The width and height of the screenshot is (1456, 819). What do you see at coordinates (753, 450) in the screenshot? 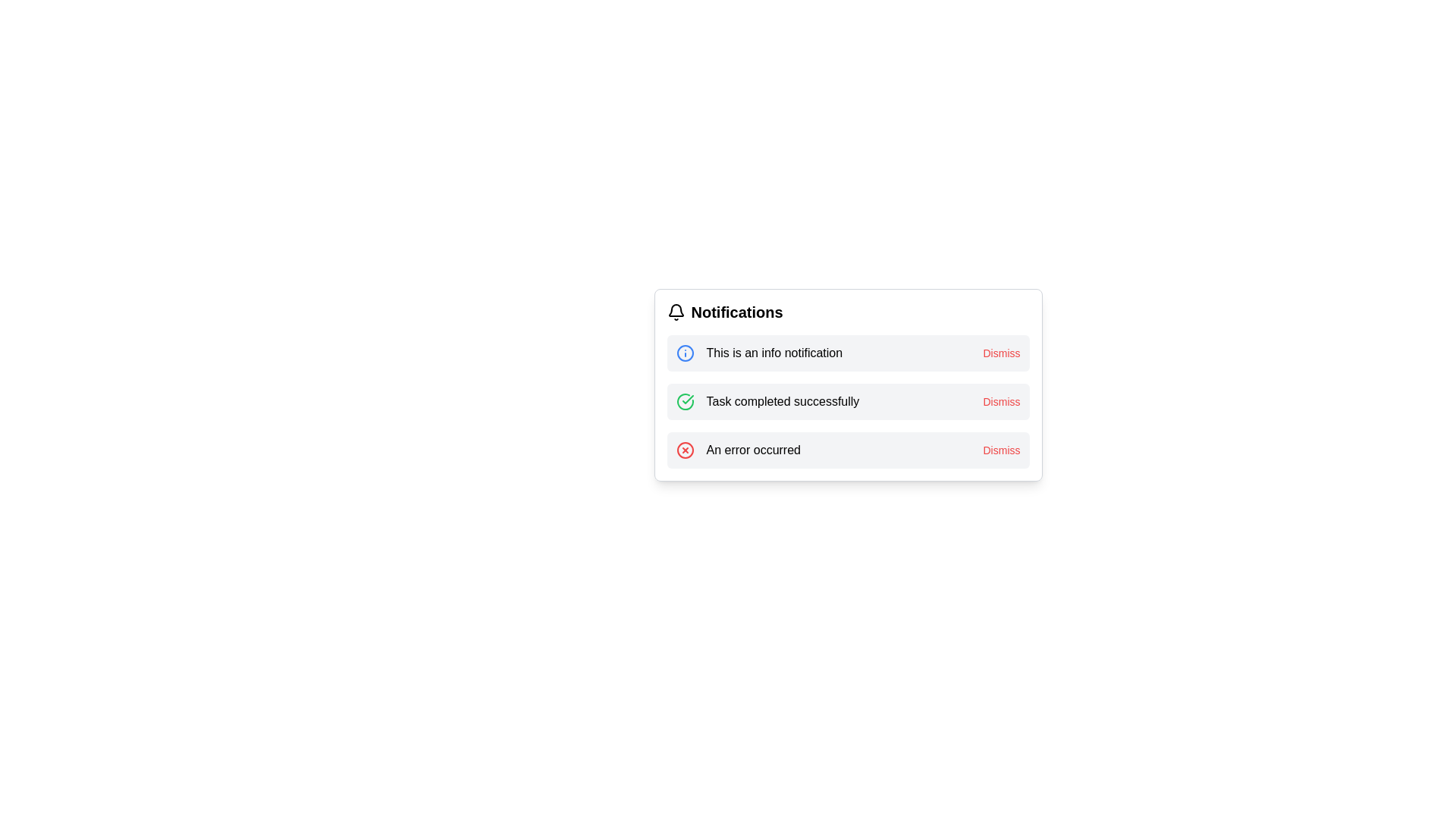
I see `text from the notification label that displays 'An error occurred' styled in black font on a light gray background` at bounding box center [753, 450].